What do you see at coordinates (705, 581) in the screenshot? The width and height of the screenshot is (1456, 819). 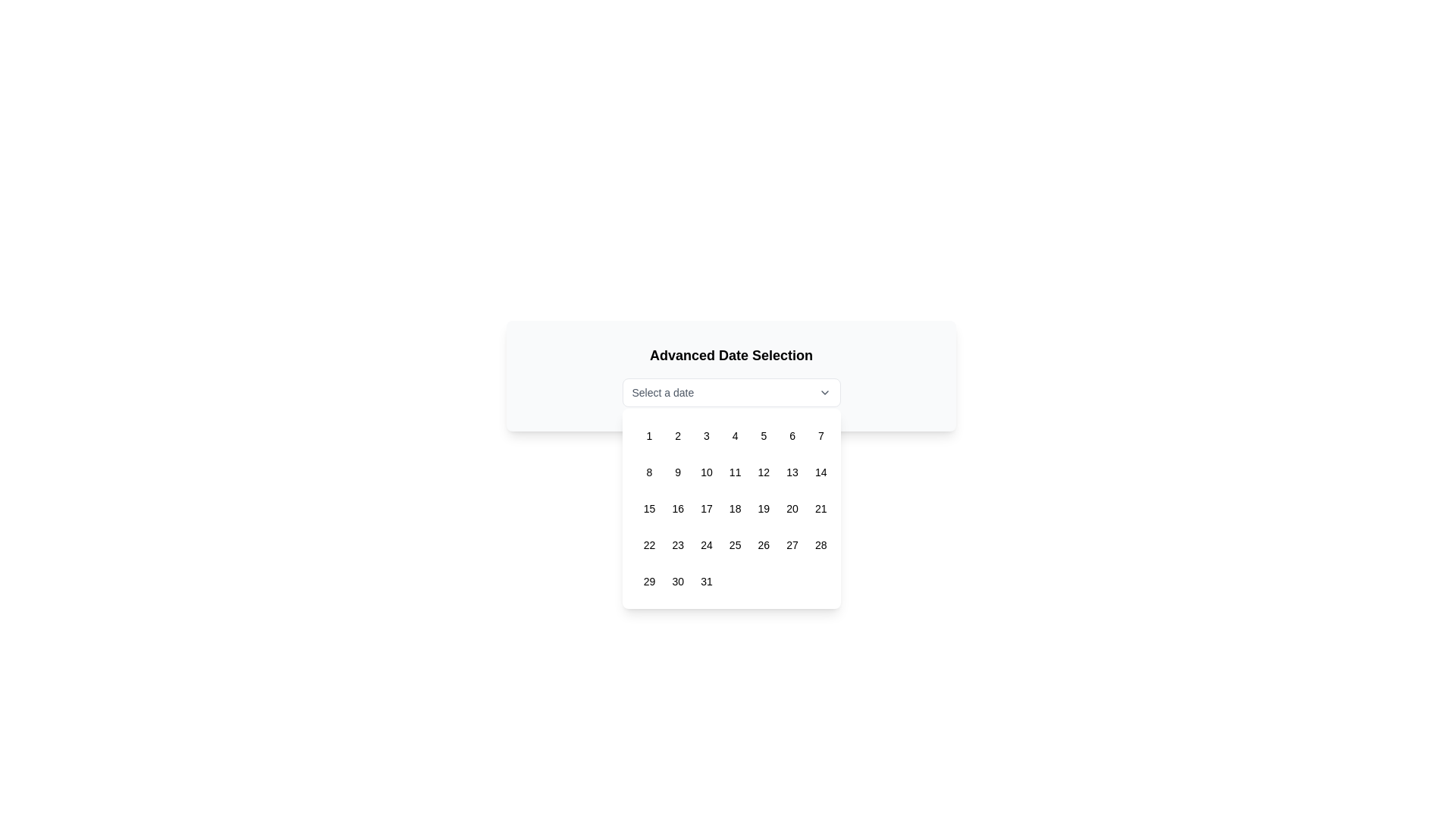 I see `the day '31' button in the calendar view` at bounding box center [705, 581].